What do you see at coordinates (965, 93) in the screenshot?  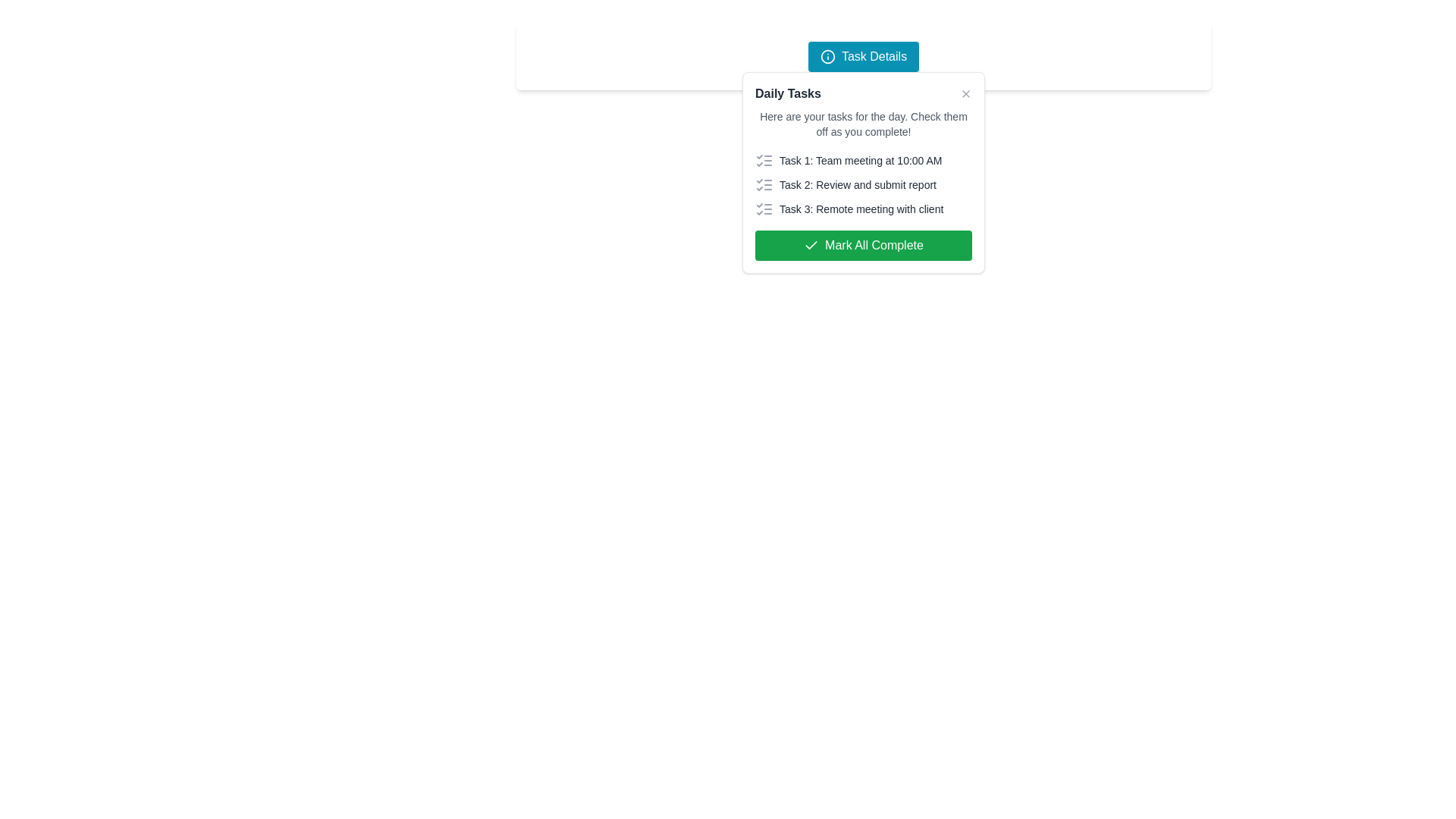 I see `the close button element with an 'X' icon located in the top-right corner of the 'Daily Tasks' card to observe the color change` at bounding box center [965, 93].